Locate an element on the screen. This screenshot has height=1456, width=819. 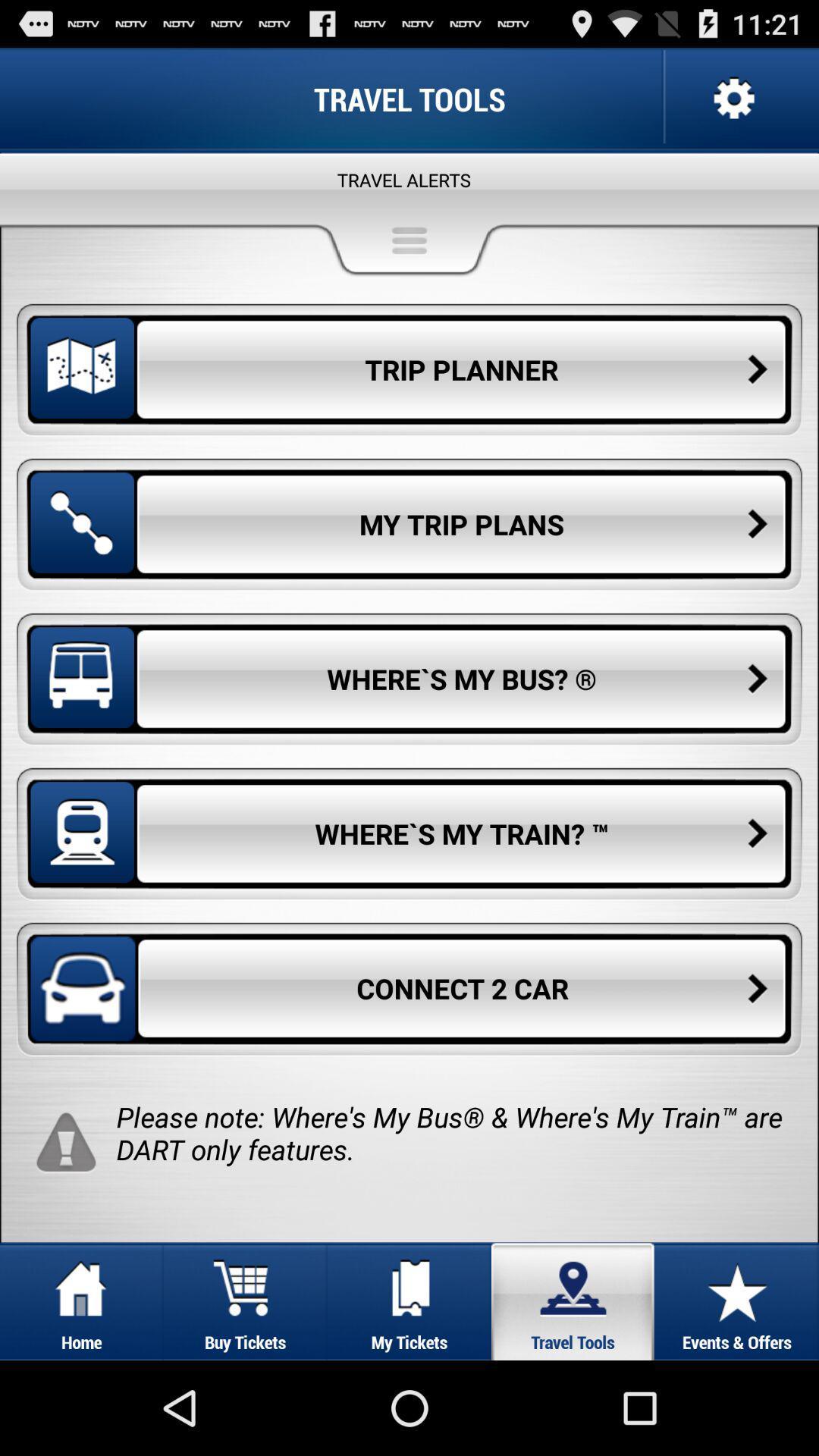
settings is located at coordinates (731, 98).